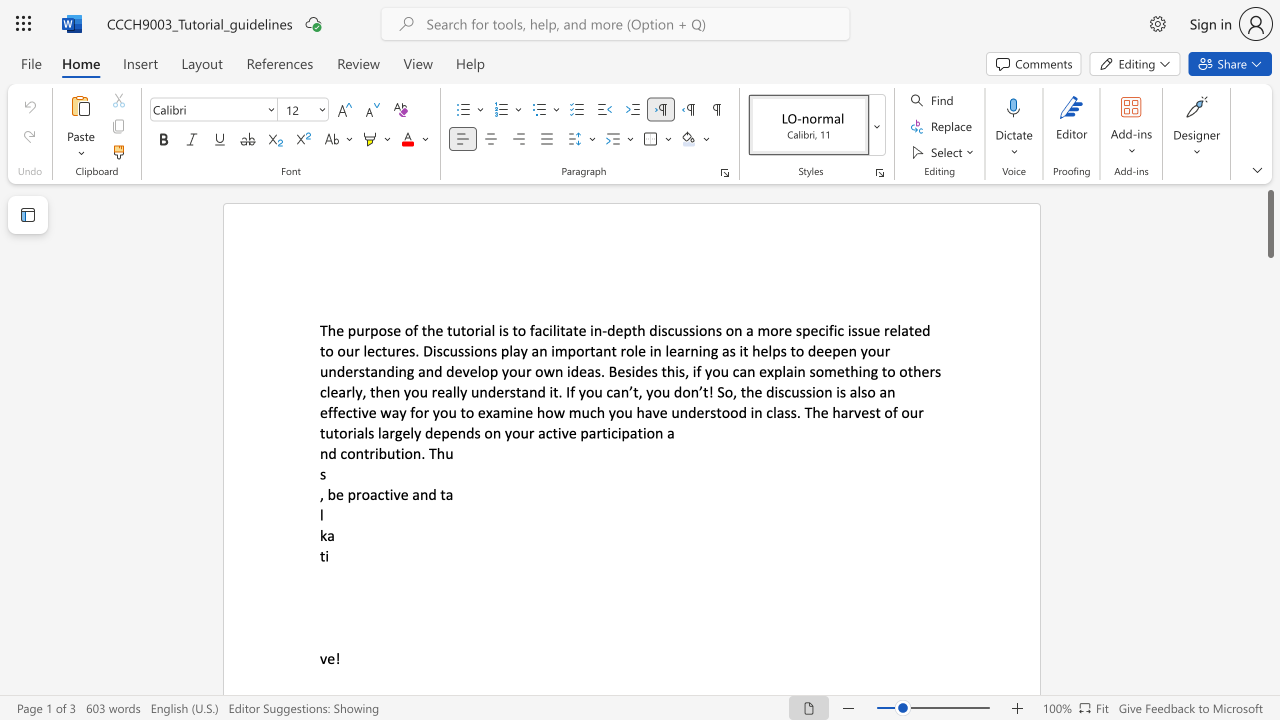 The width and height of the screenshot is (1280, 720). Describe the element at coordinates (1269, 370) in the screenshot. I see `the scrollbar to move the page downward` at that location.